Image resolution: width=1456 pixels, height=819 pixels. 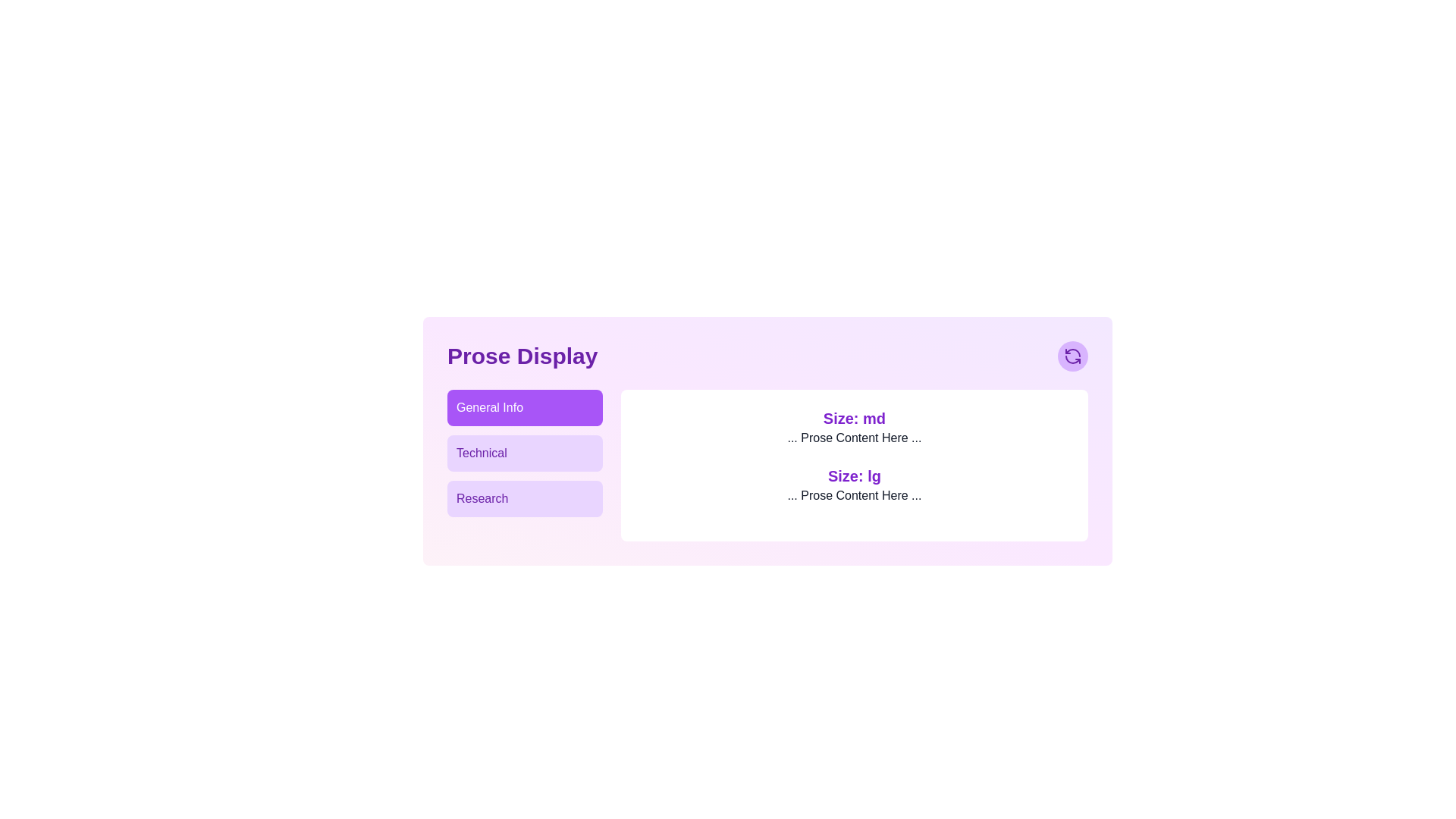 What do you see at coordinates (855, 427) in the screenshot?
I see `the Text Display Section that presents textual information with a bold heading, located at the top-middle of the right panel, preceding the component labeled 'Size: lg'` at bounding box center [855, 427].